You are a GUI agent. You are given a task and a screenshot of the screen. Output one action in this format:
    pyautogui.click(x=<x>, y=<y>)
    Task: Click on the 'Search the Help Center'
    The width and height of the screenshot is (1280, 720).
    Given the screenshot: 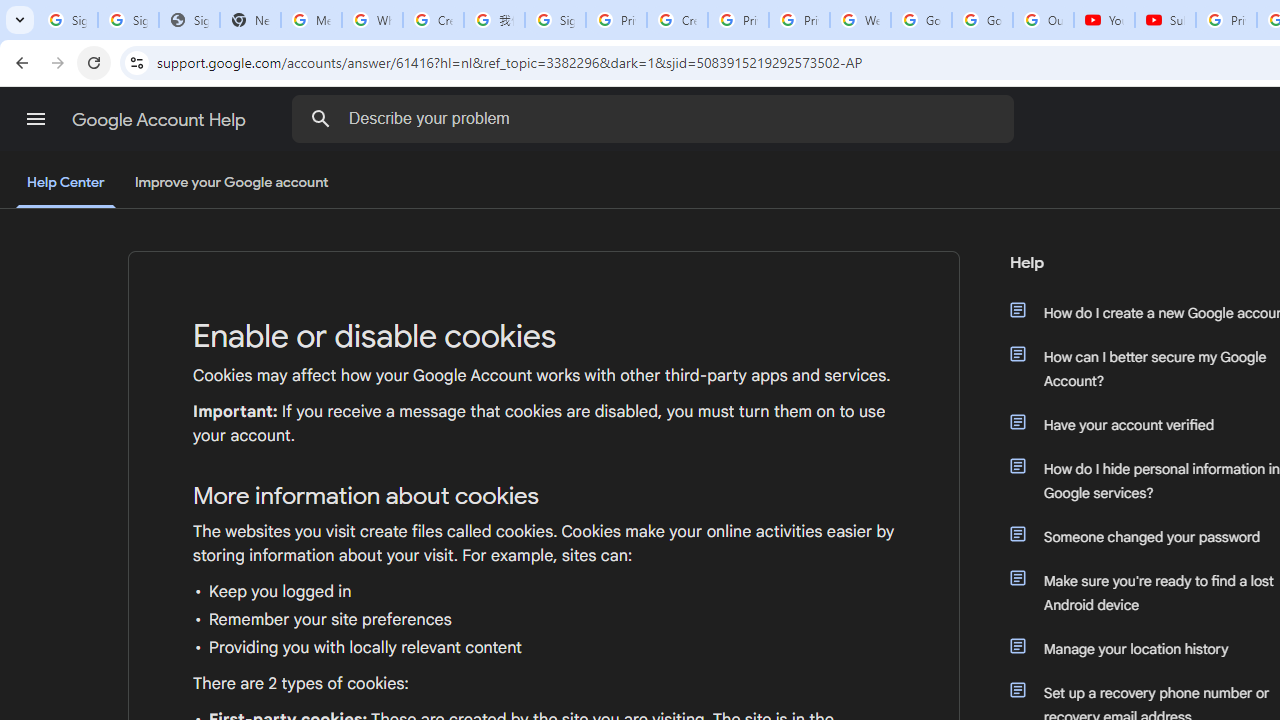 What is the action you would take?
    pyautogui.click(x=320, y=118)
    